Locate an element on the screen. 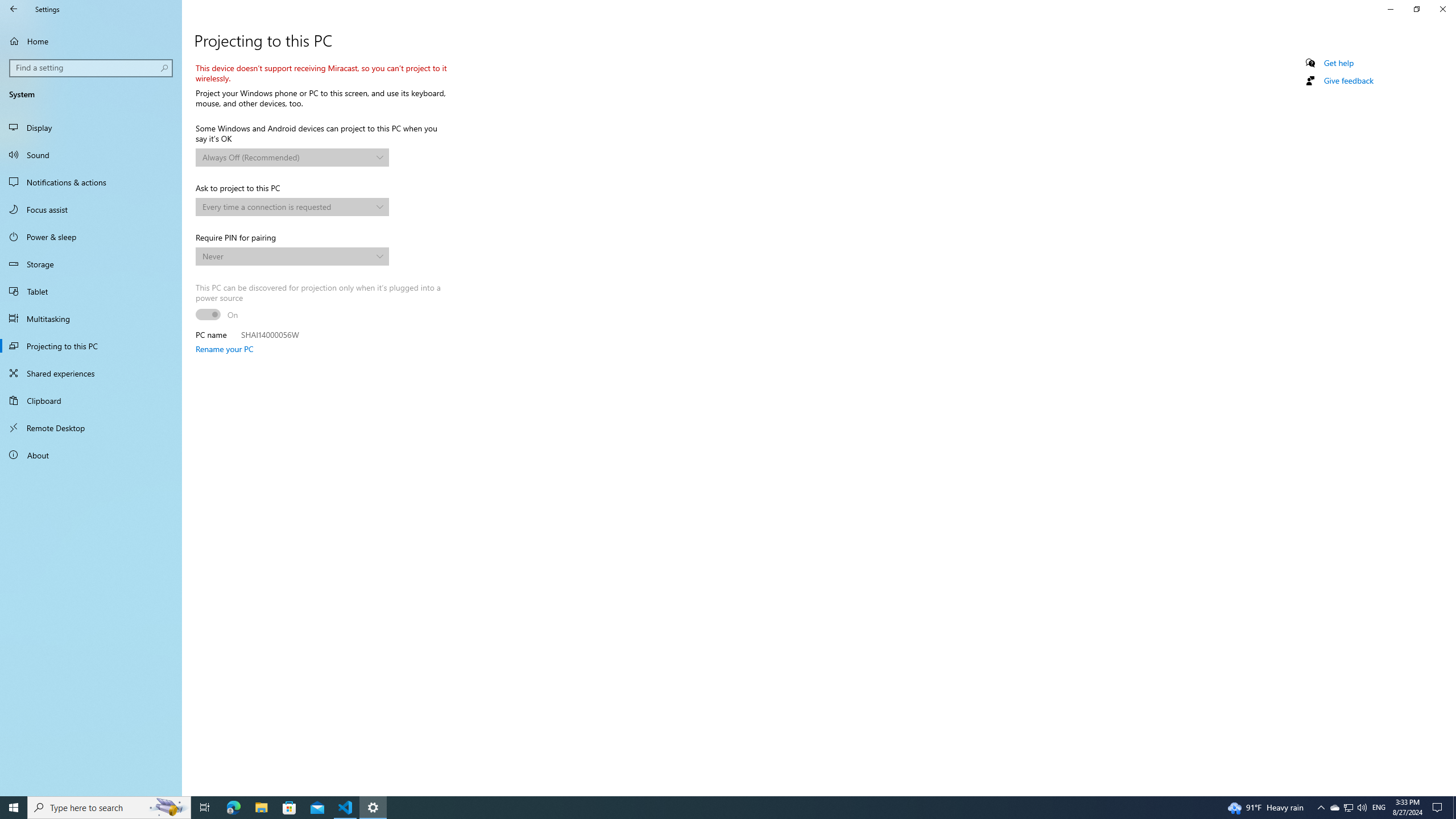 This screenshot has width=1456, height=819. 'Always Off (Recommended)' is located at coordinates (287, 156).